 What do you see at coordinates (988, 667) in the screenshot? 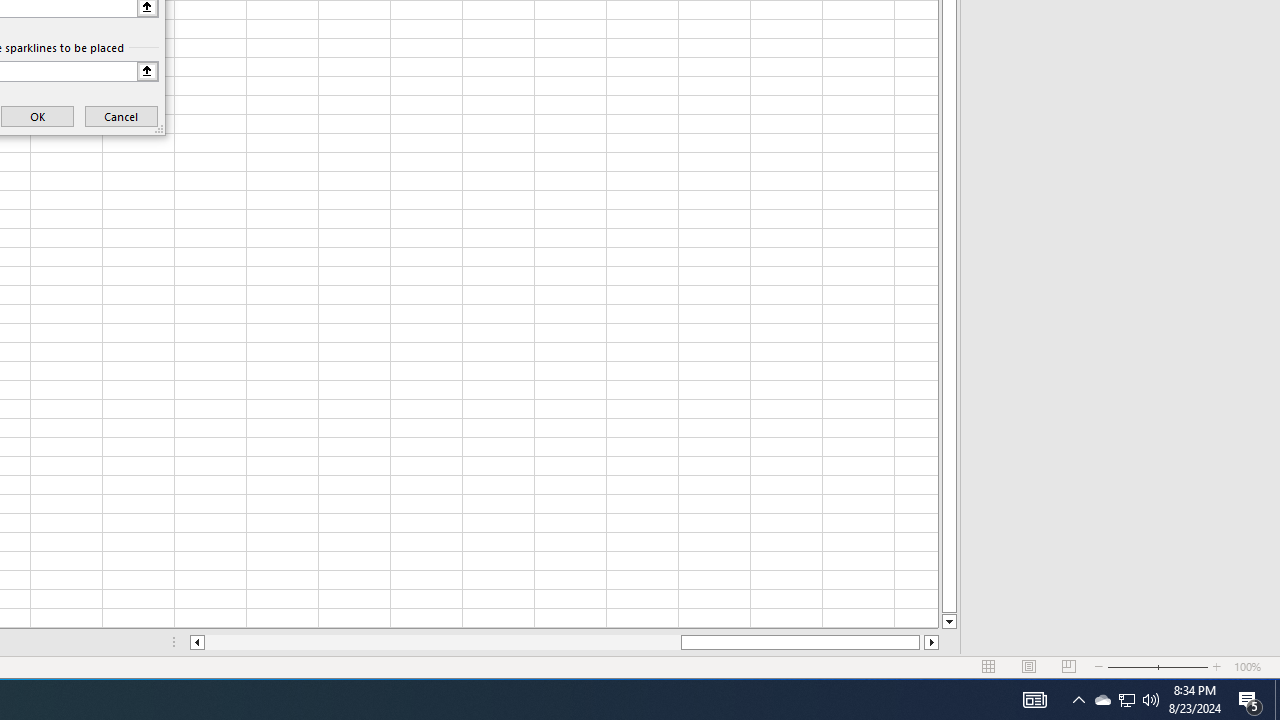
I see `'Normal'` at bounding box center [988, 667].